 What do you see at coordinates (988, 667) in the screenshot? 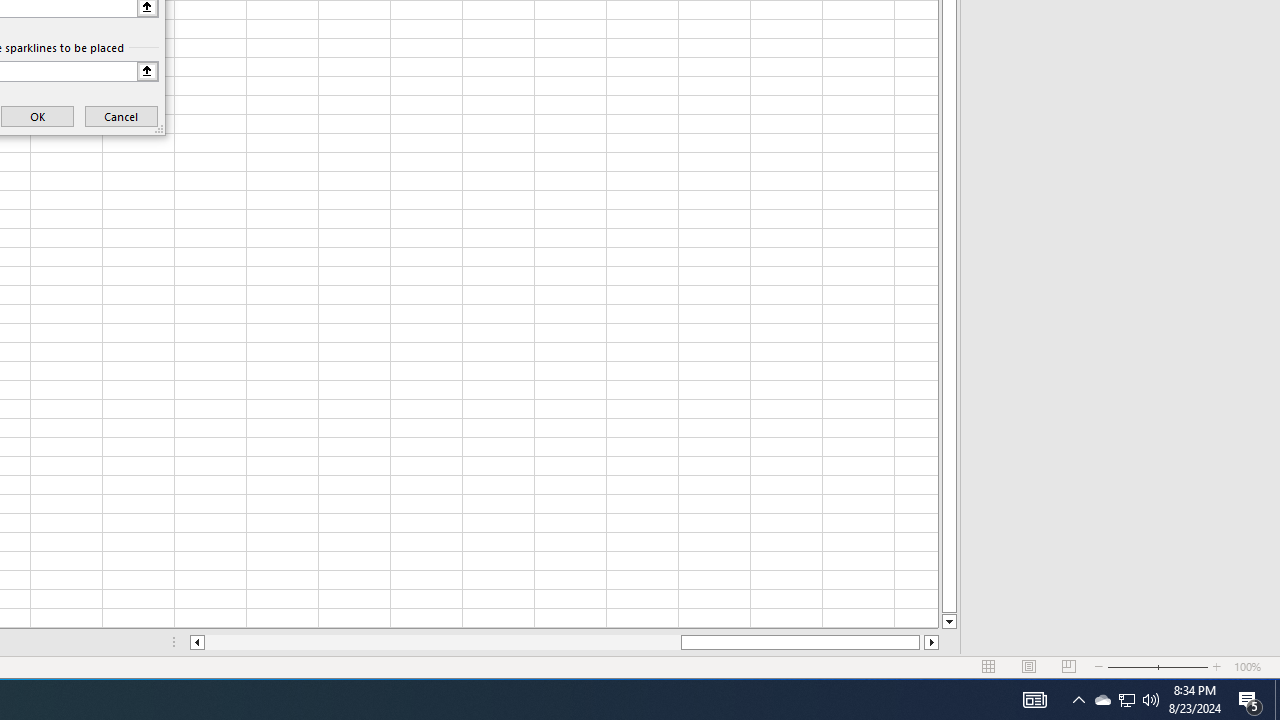
I see `'Normal'` at bounding box center [988, 667].